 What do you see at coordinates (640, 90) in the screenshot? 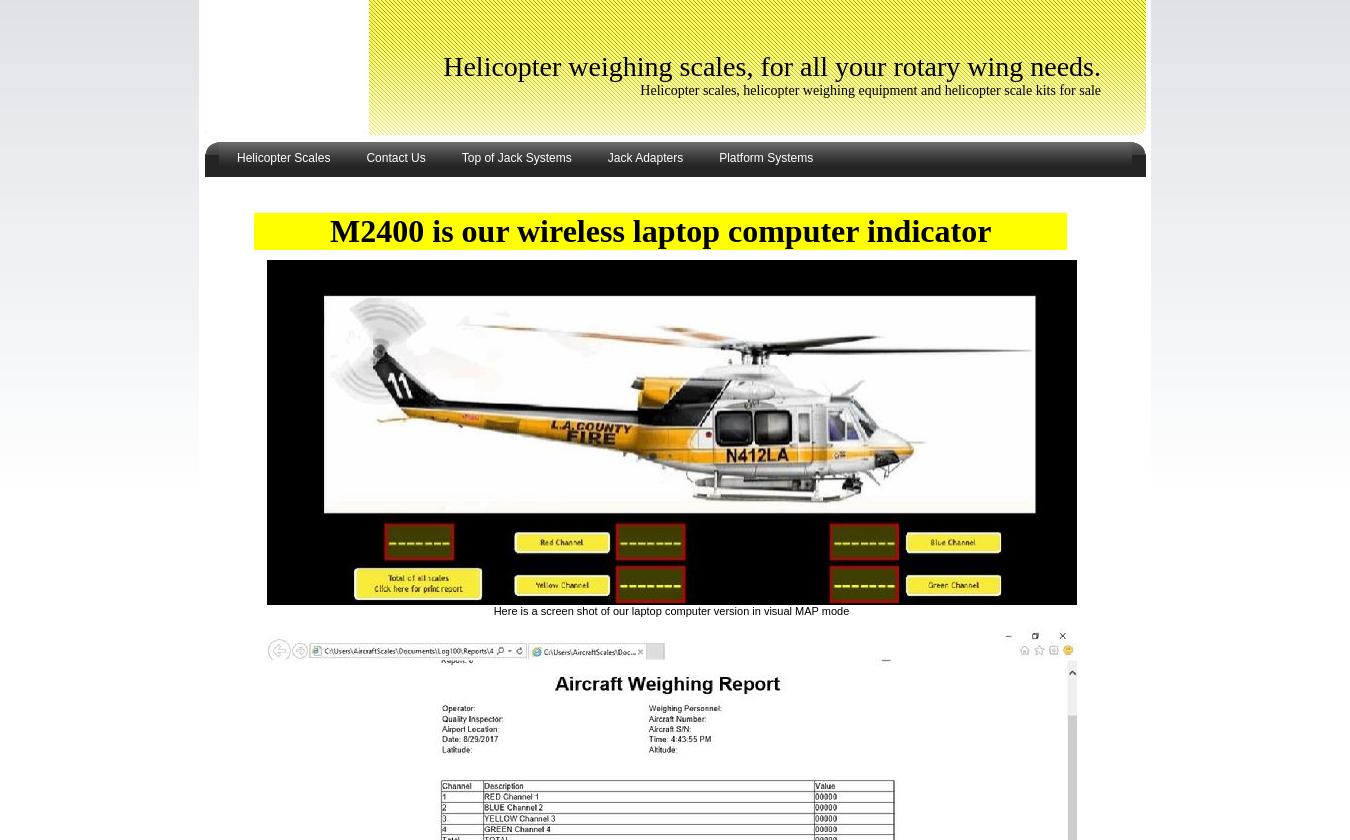
I see `'Helicopter scales, helicopter weighing equipment and helicopter scale kits for sale'` at bounding box center [640, 90].